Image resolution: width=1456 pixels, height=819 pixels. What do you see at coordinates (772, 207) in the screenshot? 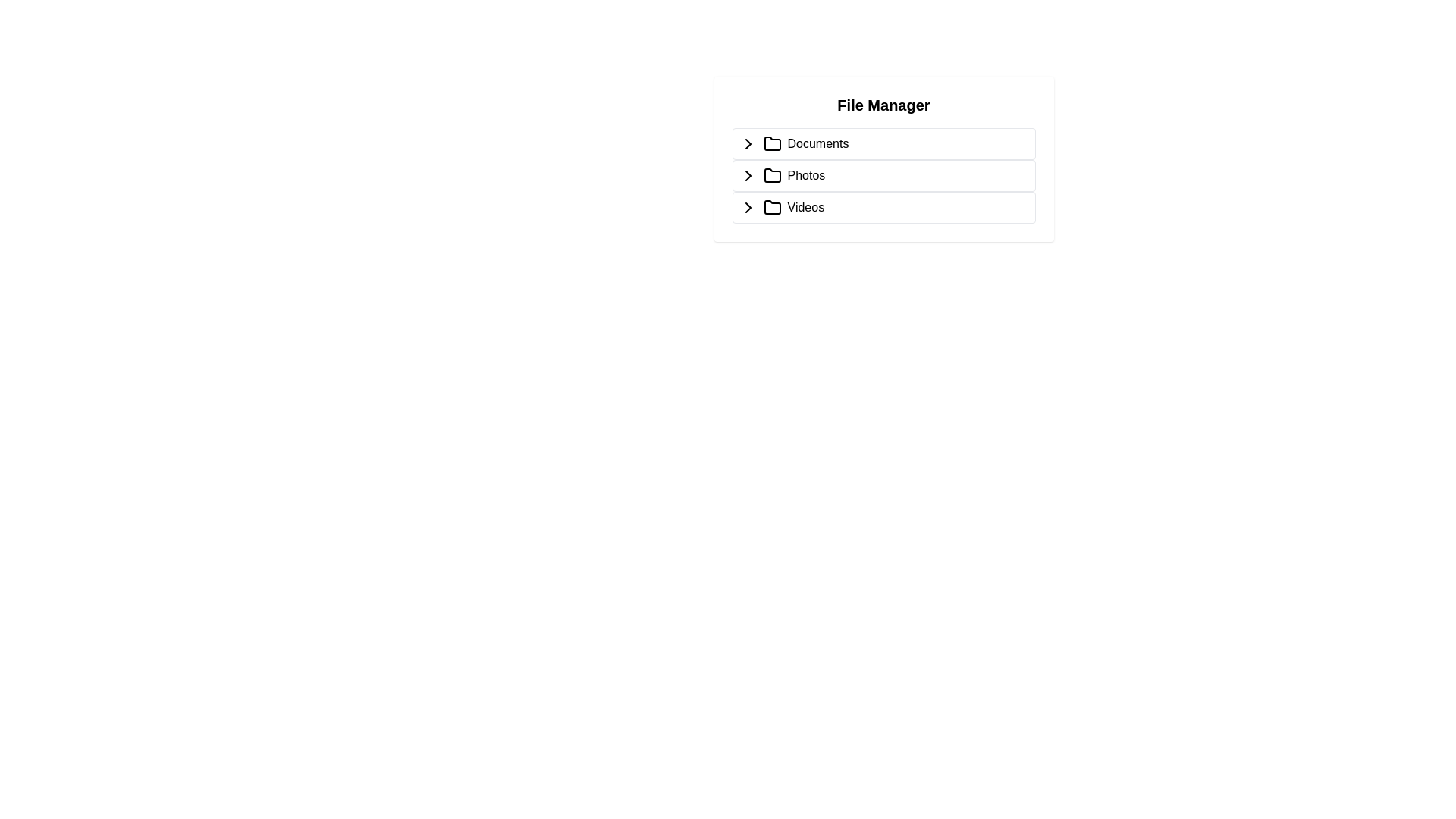
I see `the third folder icon in the vertical stack, located to the left of the 'Videos' text label` at bounding box center [772, 207].